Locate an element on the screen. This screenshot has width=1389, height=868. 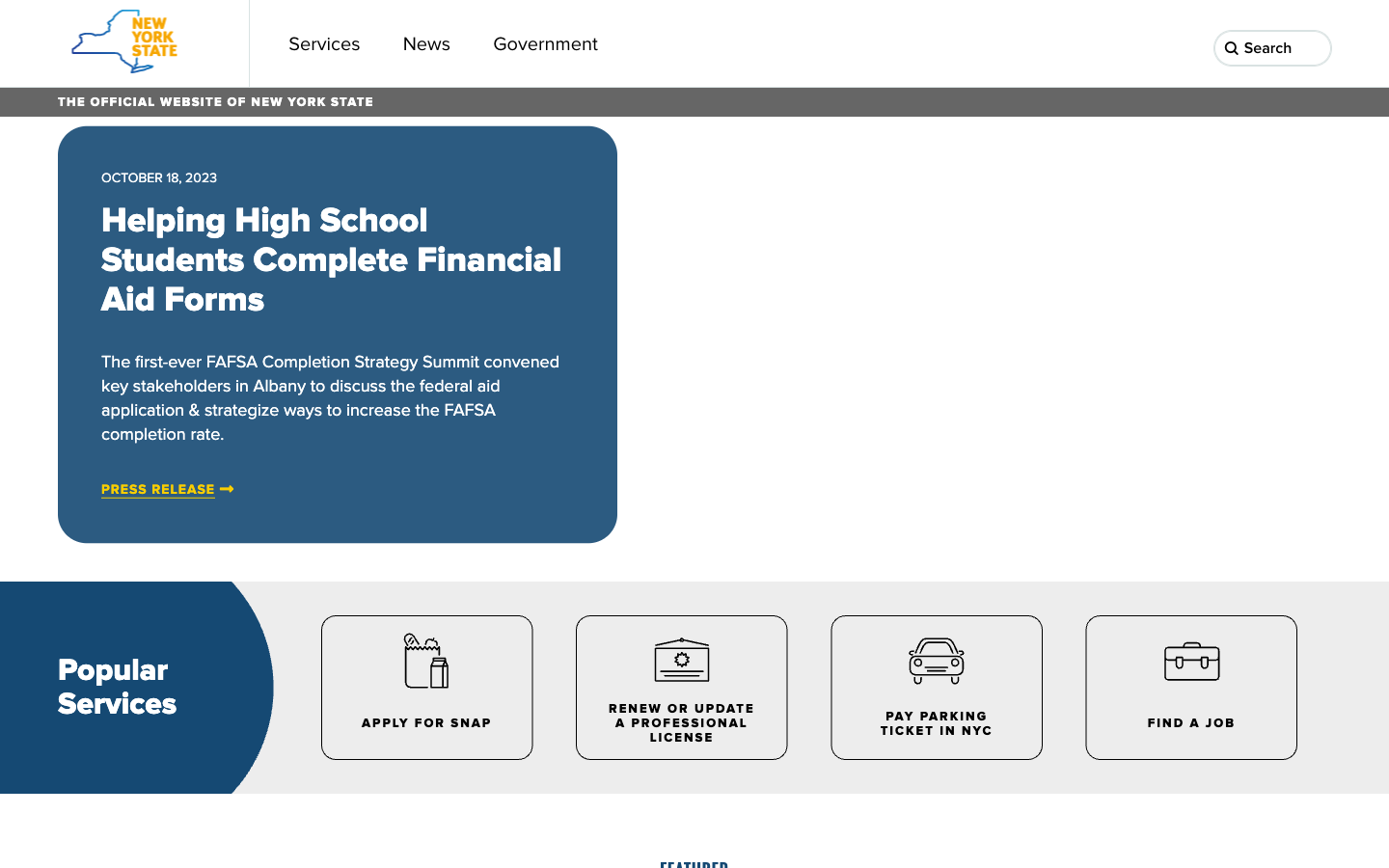
Redirect to the new page is located at coordinates (426, 42).